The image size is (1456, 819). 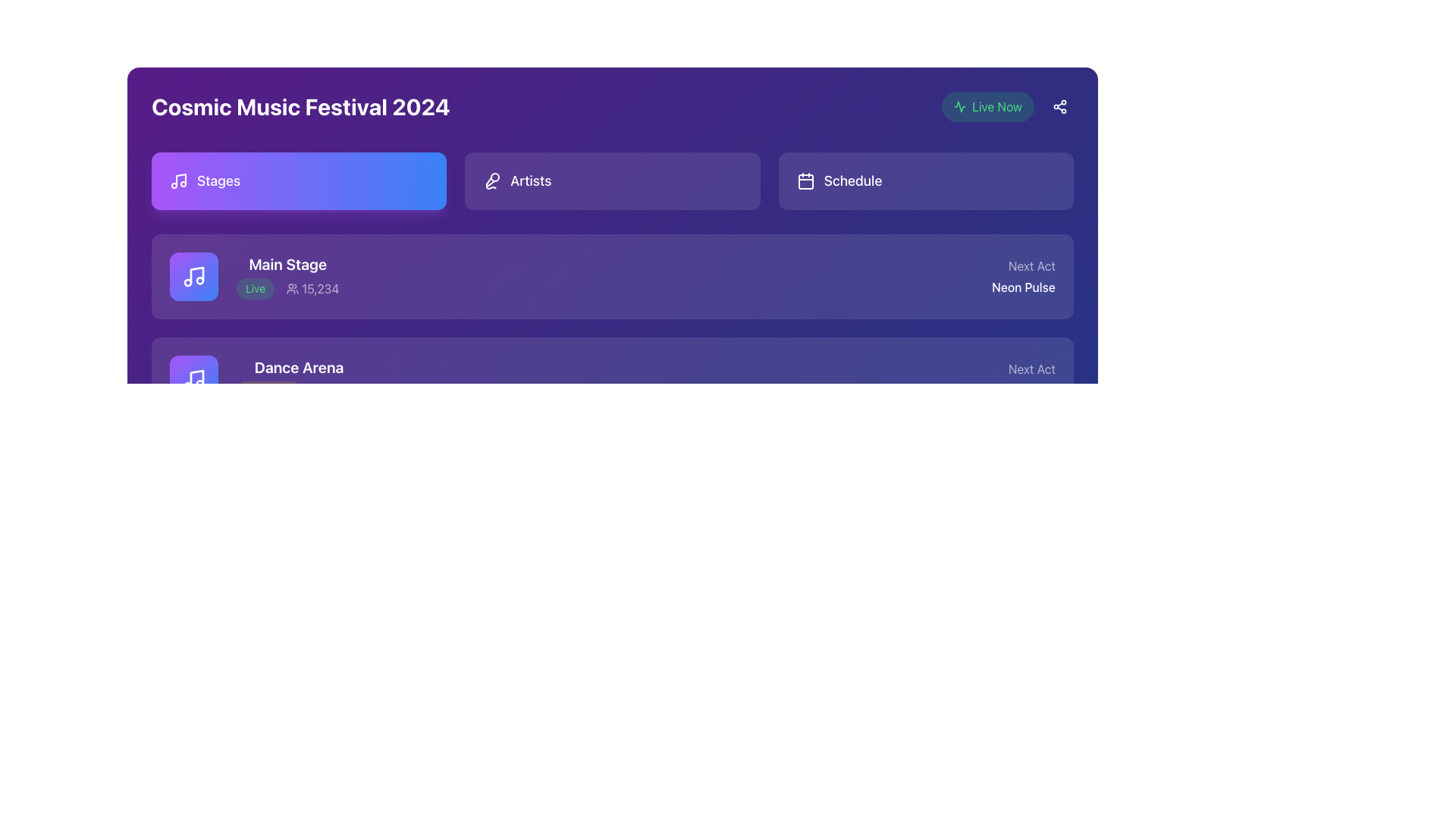 What do you see at coordinates (299, 379) in the screenshot?
I see `the text label displaying the title 'Dance Arena', which is the second item in the vertical list under the 'Stages' section` at bounding box center [299, 379].